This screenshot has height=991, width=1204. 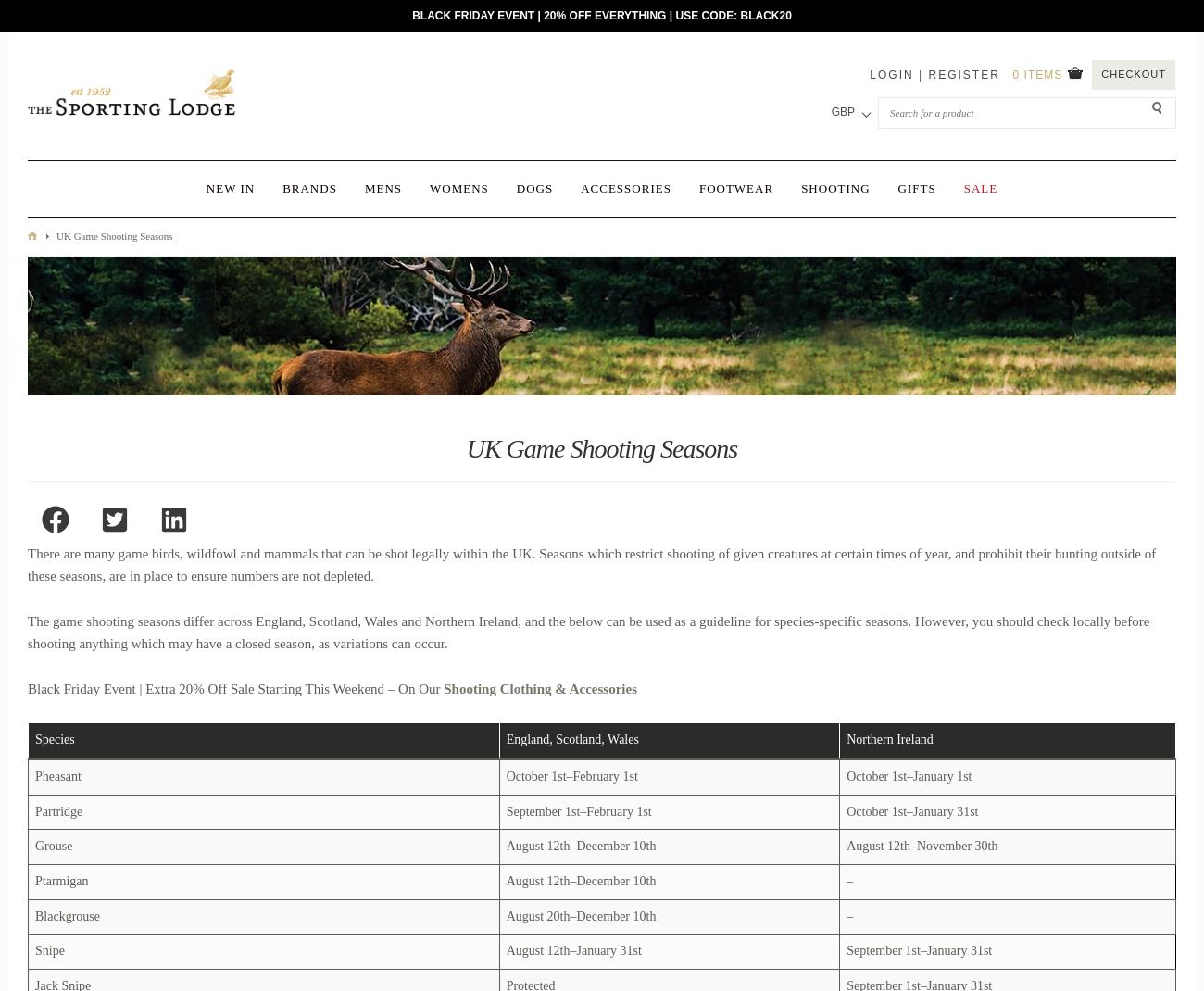 I want to click on 'Blackgrouse', so click(x=67, y=915).